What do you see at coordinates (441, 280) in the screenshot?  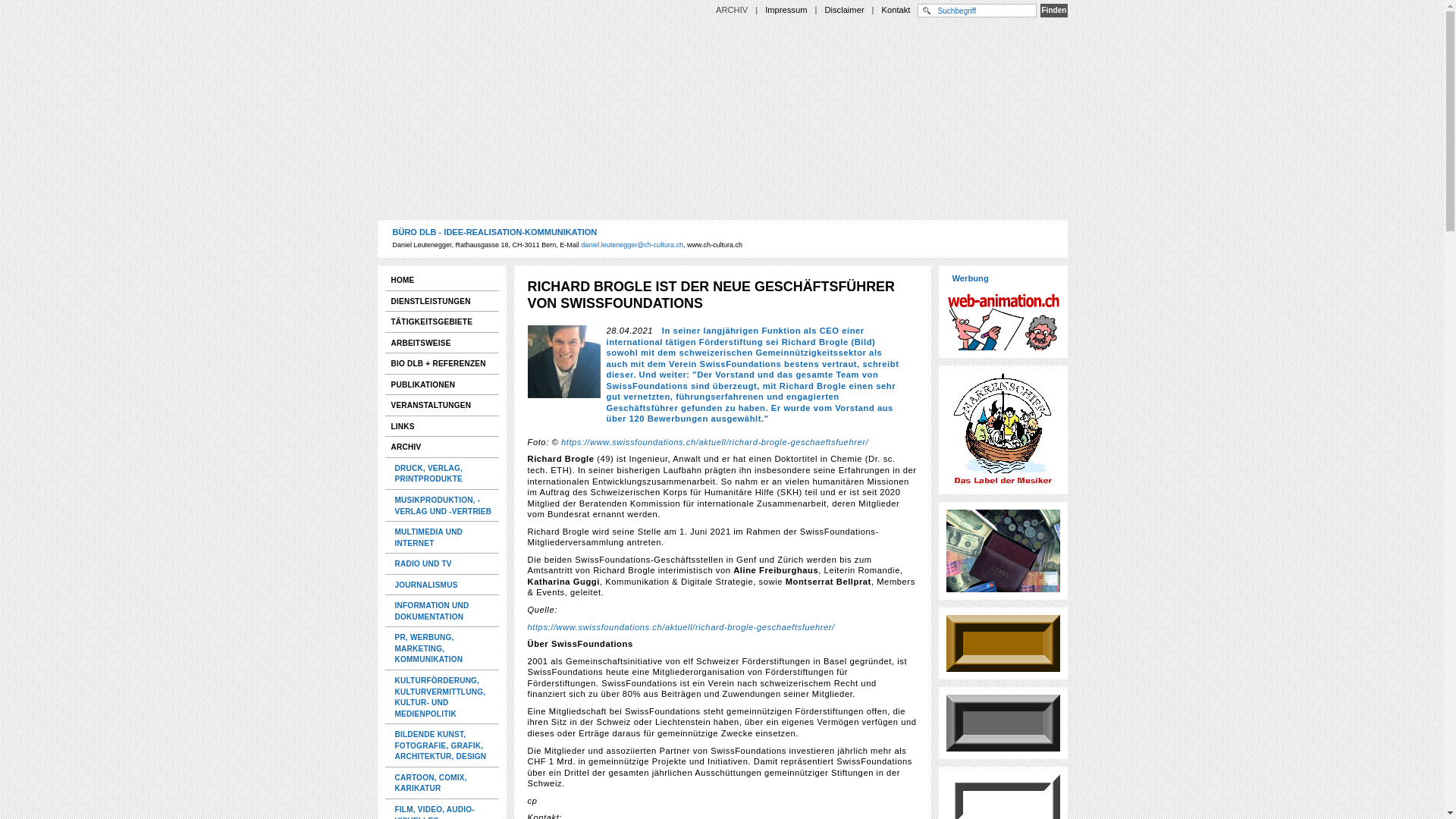 I see `'HOME'` at bounding box center [441, 280].